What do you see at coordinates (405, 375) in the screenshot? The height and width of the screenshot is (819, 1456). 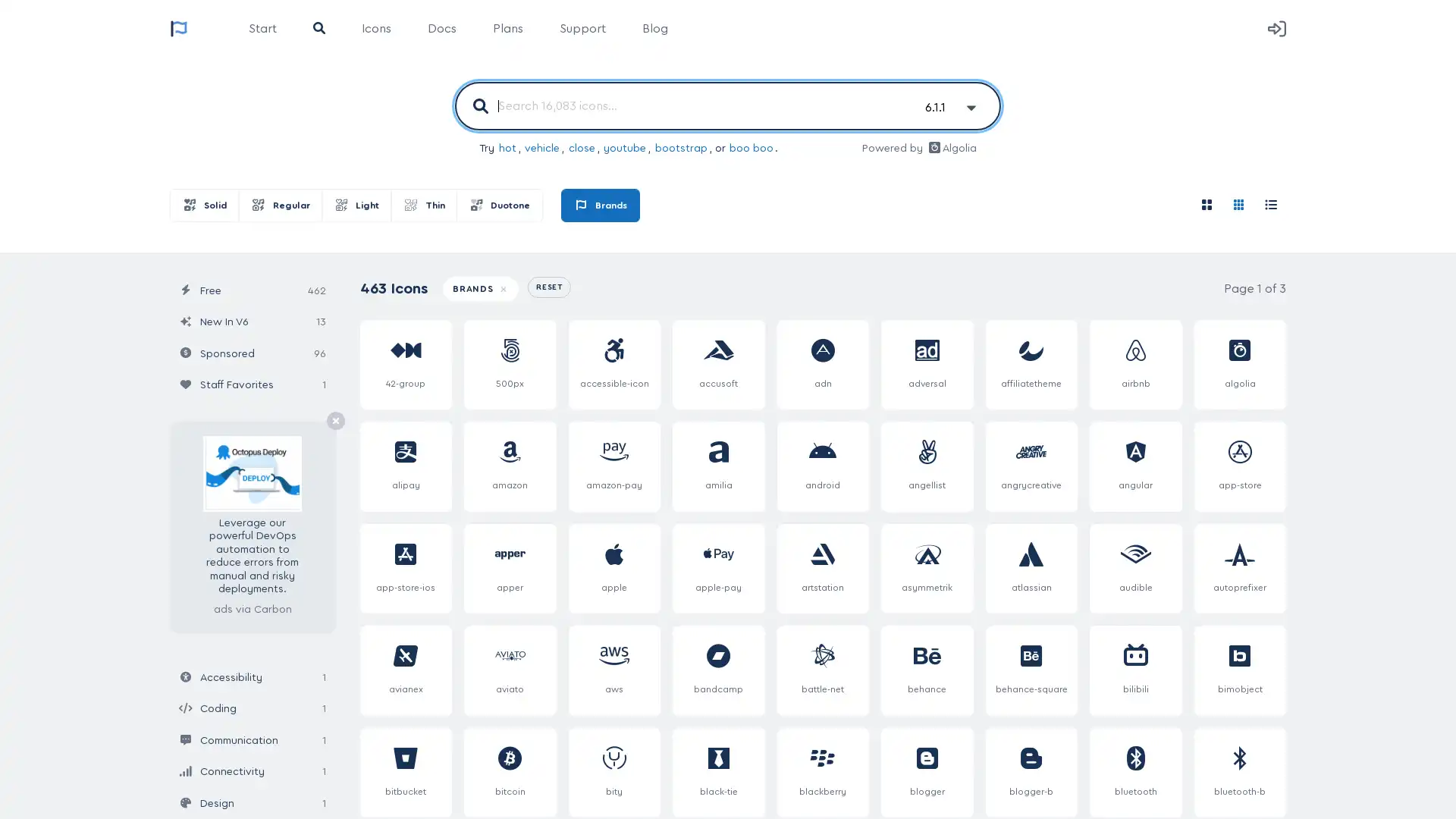 I see `42-group` at bounding box center [405, 375].